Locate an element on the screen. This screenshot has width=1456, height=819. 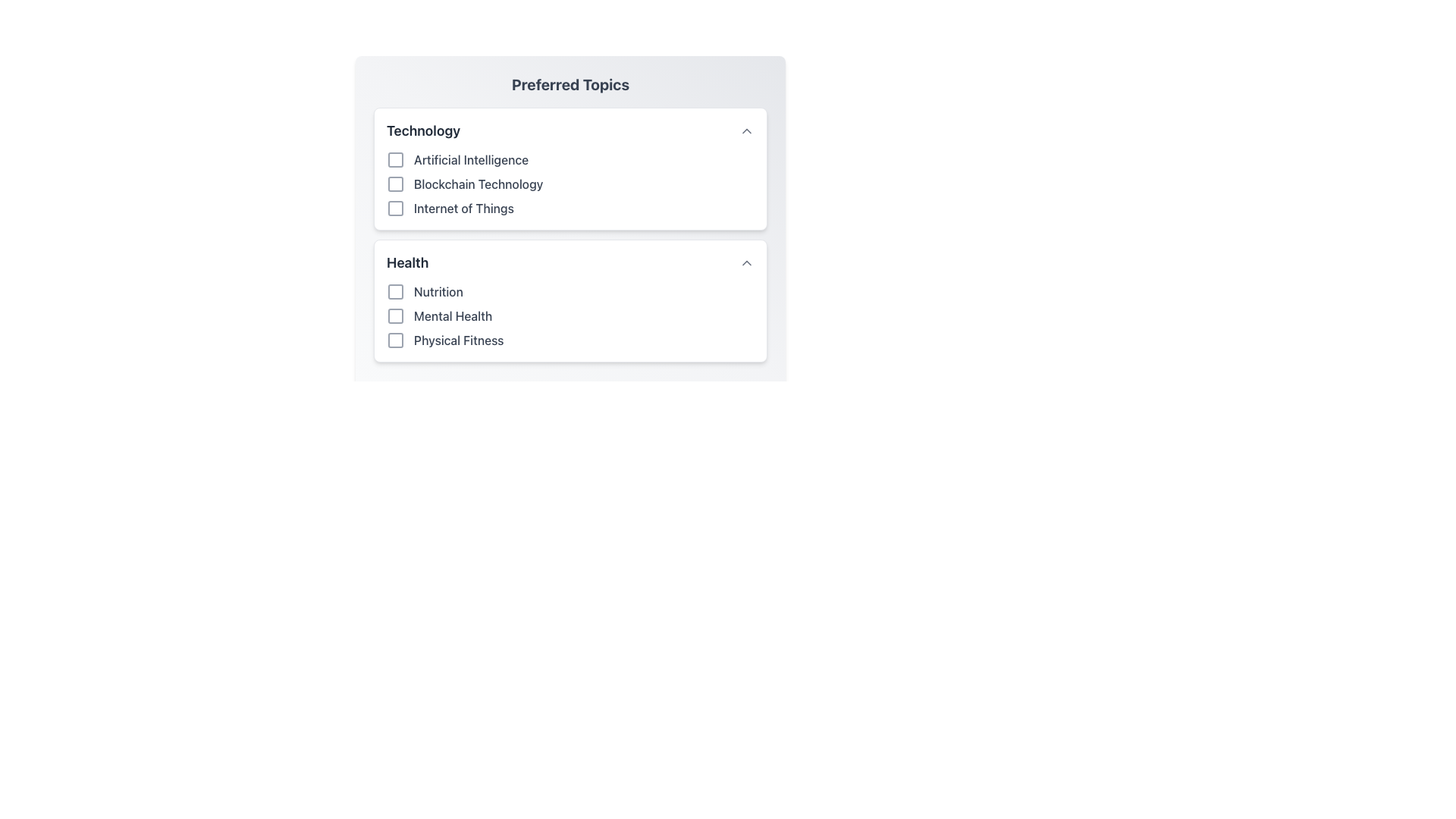
the unselected checkbox labeled 'Blockchain Technology' is located at coordinates (570, 184).